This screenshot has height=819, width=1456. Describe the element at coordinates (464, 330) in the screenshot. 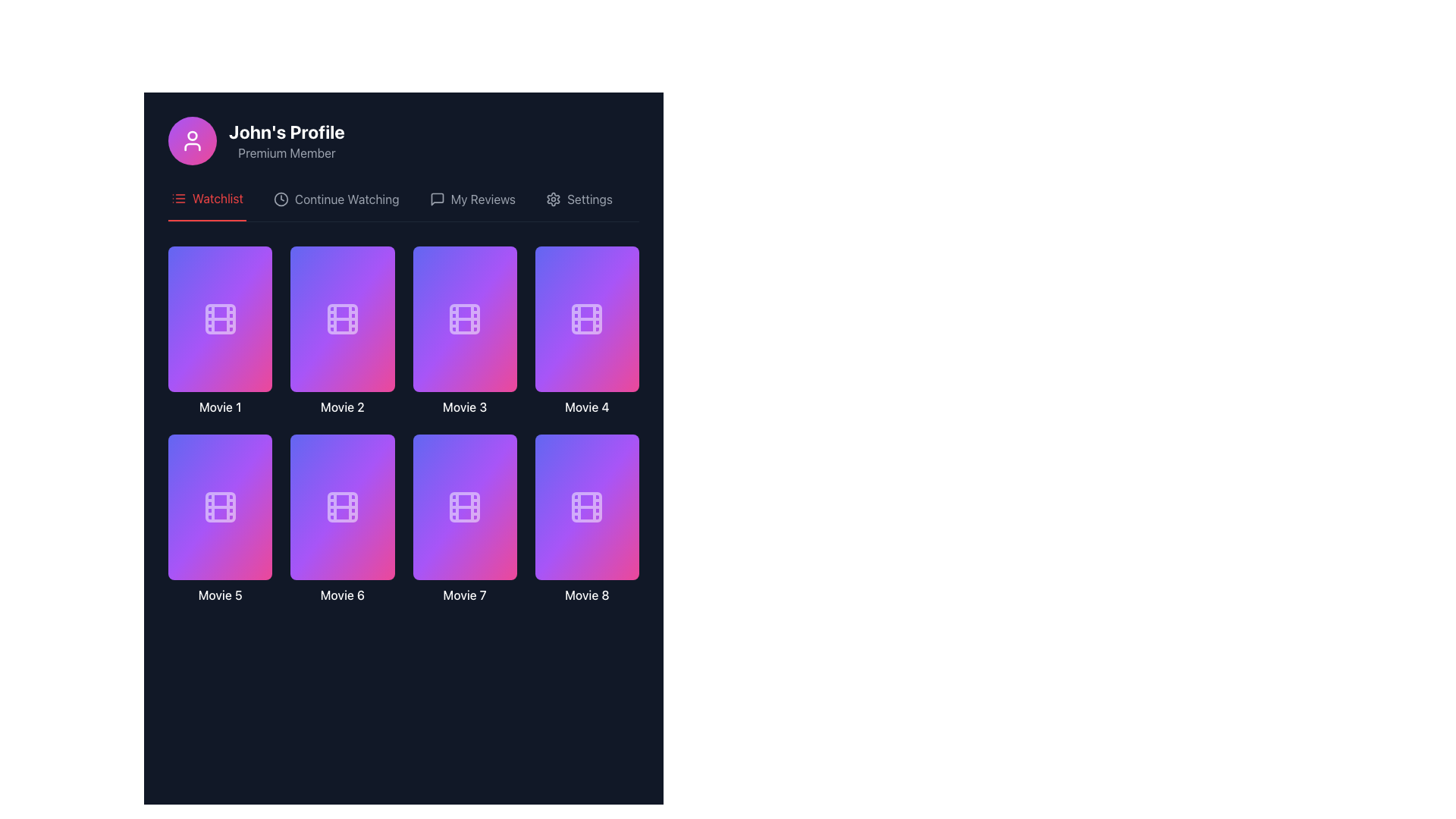

I see `the interactive media thumbnail representing the third movie in the grid to play the movie` at that location.